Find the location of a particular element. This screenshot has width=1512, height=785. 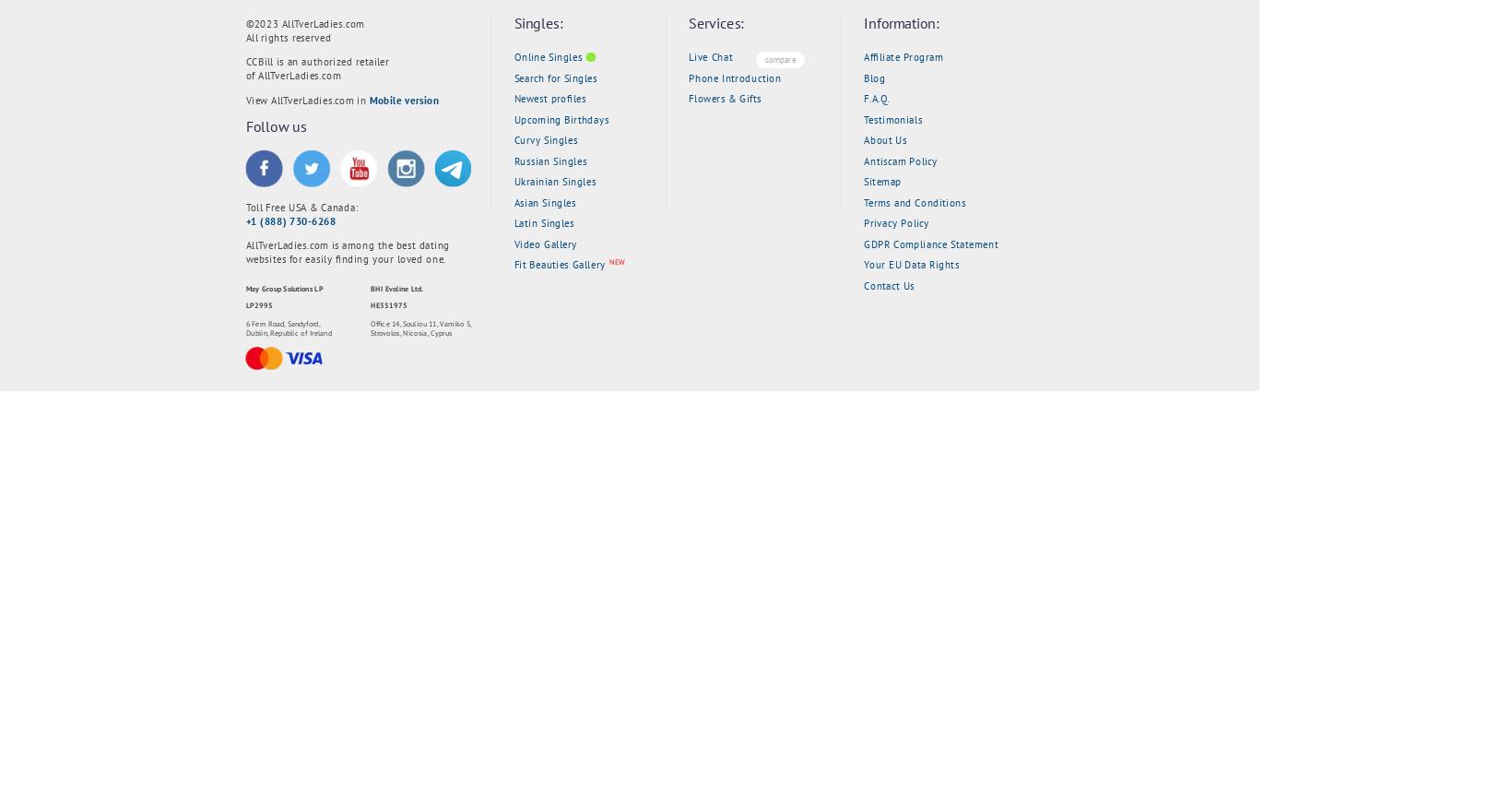

'Singles:' is located at coordinates (537, 22).